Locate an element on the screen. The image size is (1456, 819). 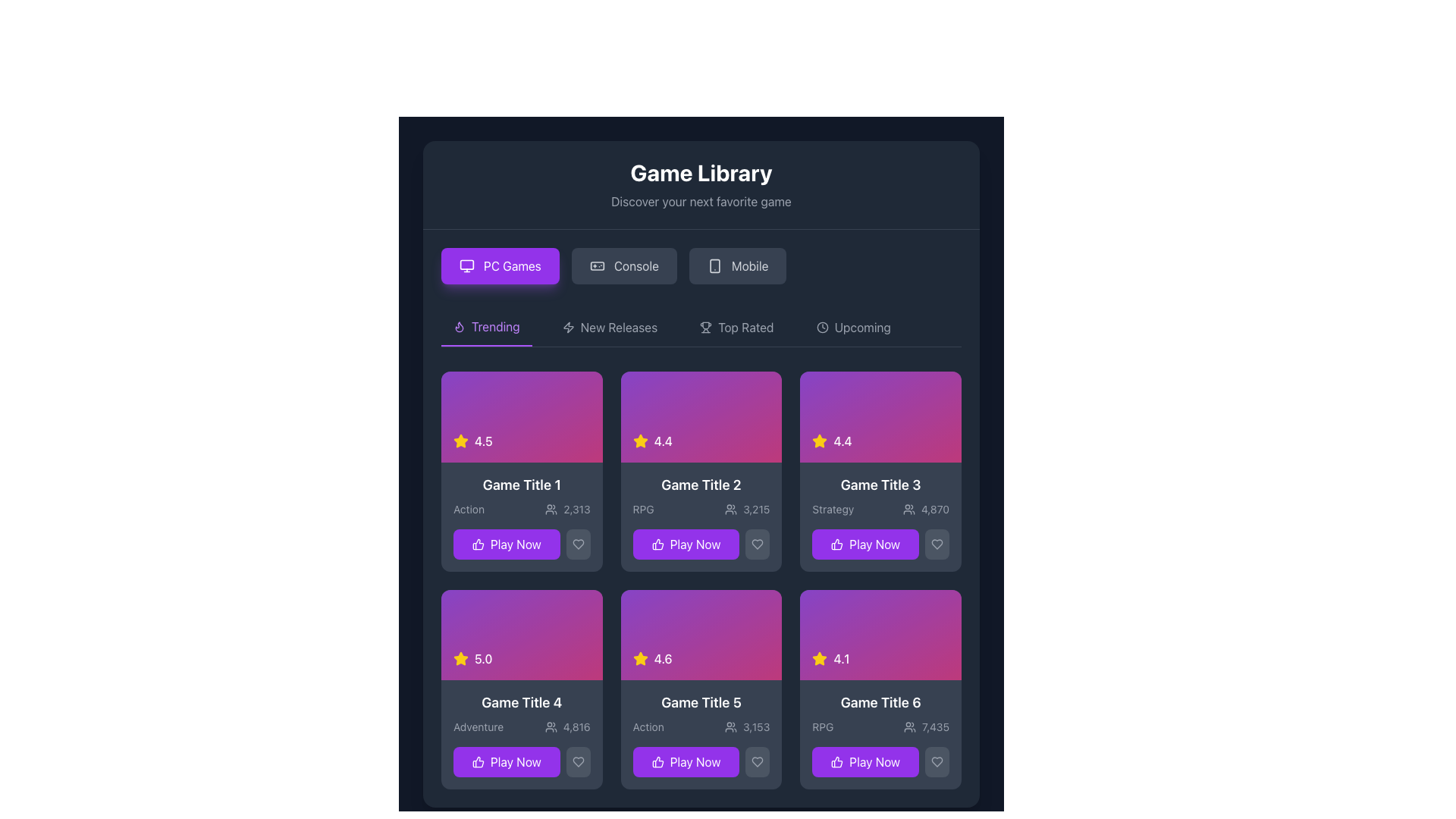
the 'Top Rated' games tab selector is located at coordinates (745, 327).